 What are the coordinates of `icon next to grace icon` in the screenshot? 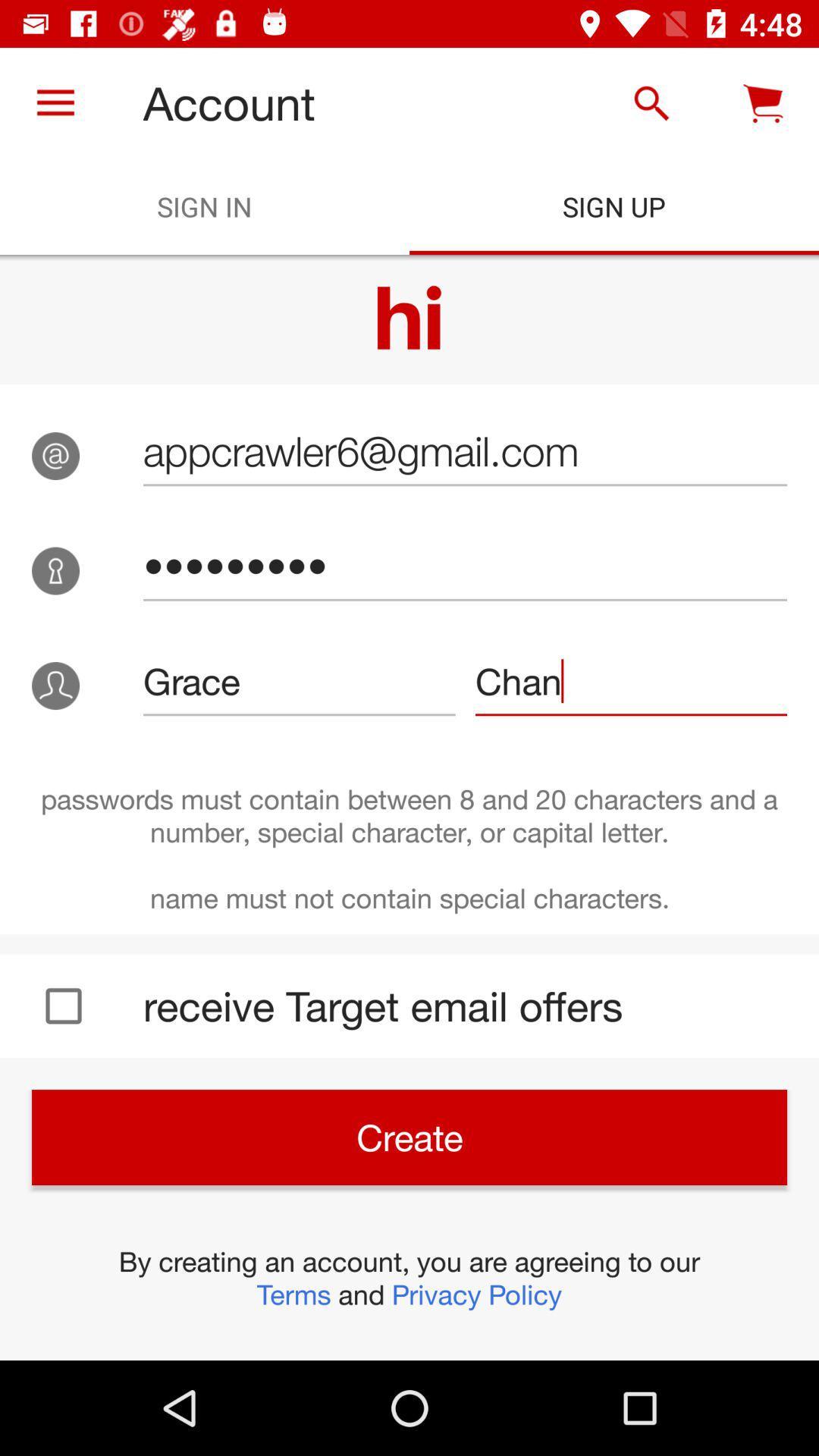 It's located at (631, 680).